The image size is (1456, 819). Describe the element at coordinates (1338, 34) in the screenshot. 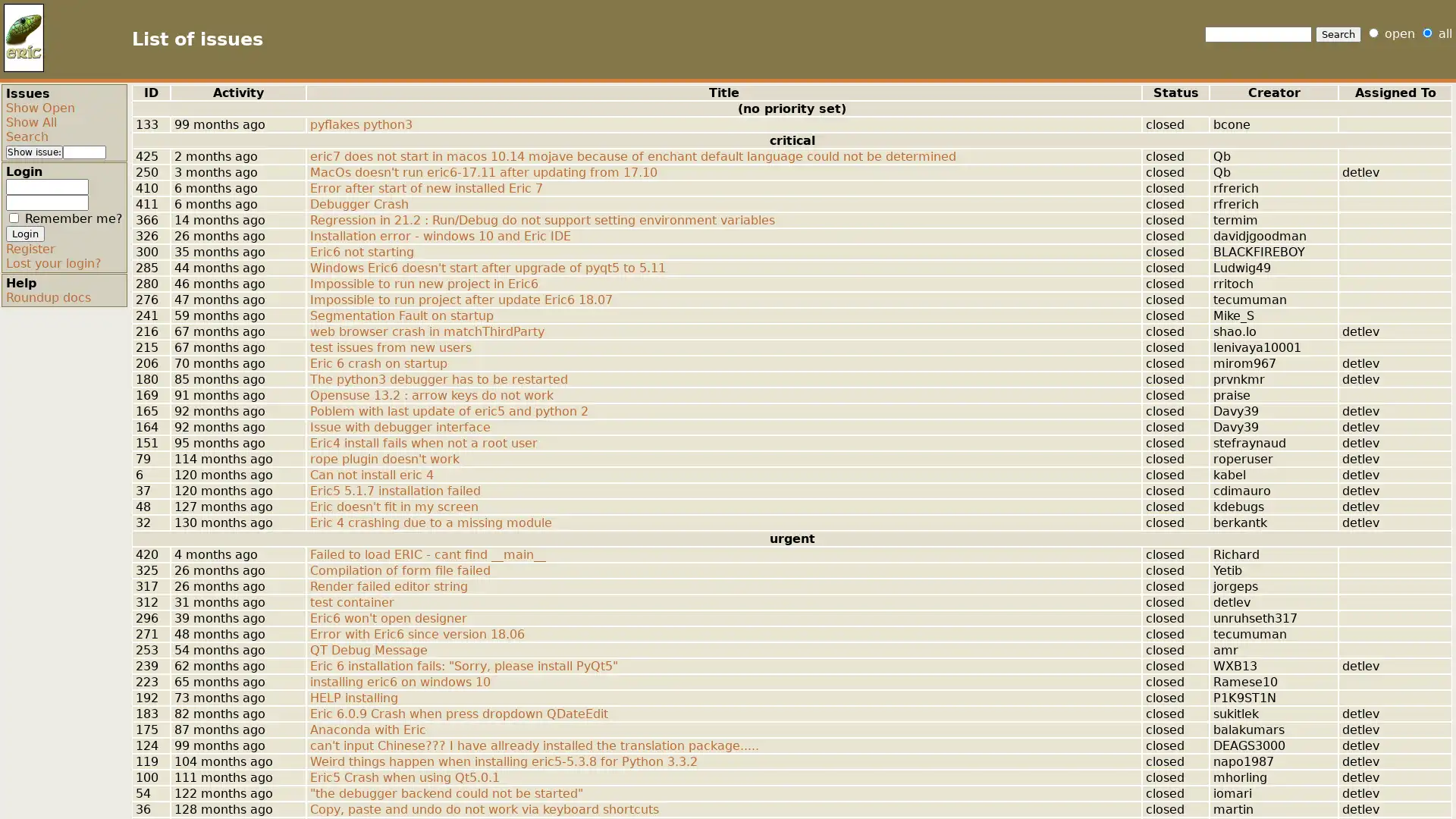

I see `Search` at that location.